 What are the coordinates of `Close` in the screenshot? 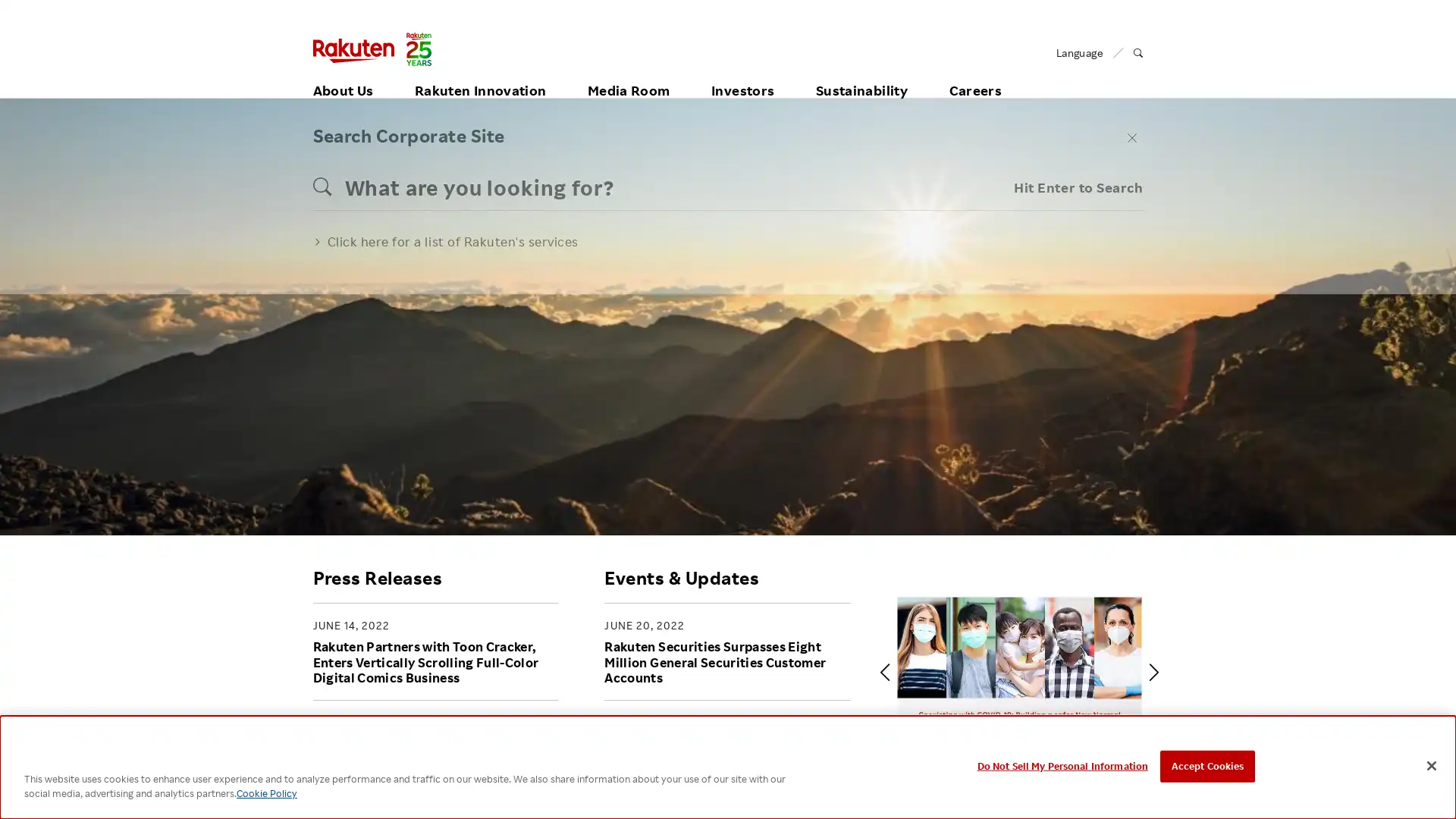 It's located at (1430, 765).